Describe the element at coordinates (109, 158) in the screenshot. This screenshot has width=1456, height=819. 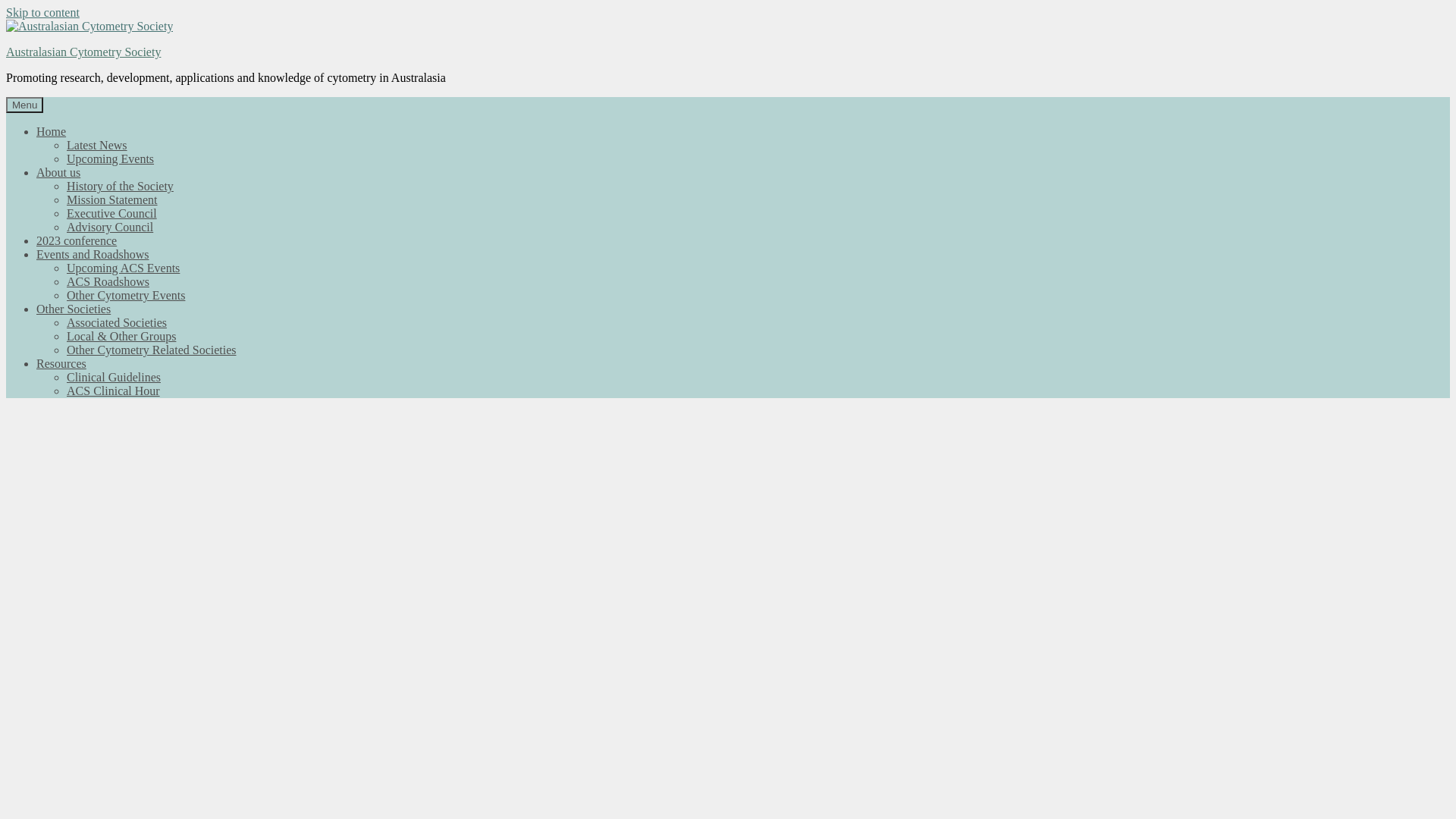
I see `'Upcoming Events'` at that location.